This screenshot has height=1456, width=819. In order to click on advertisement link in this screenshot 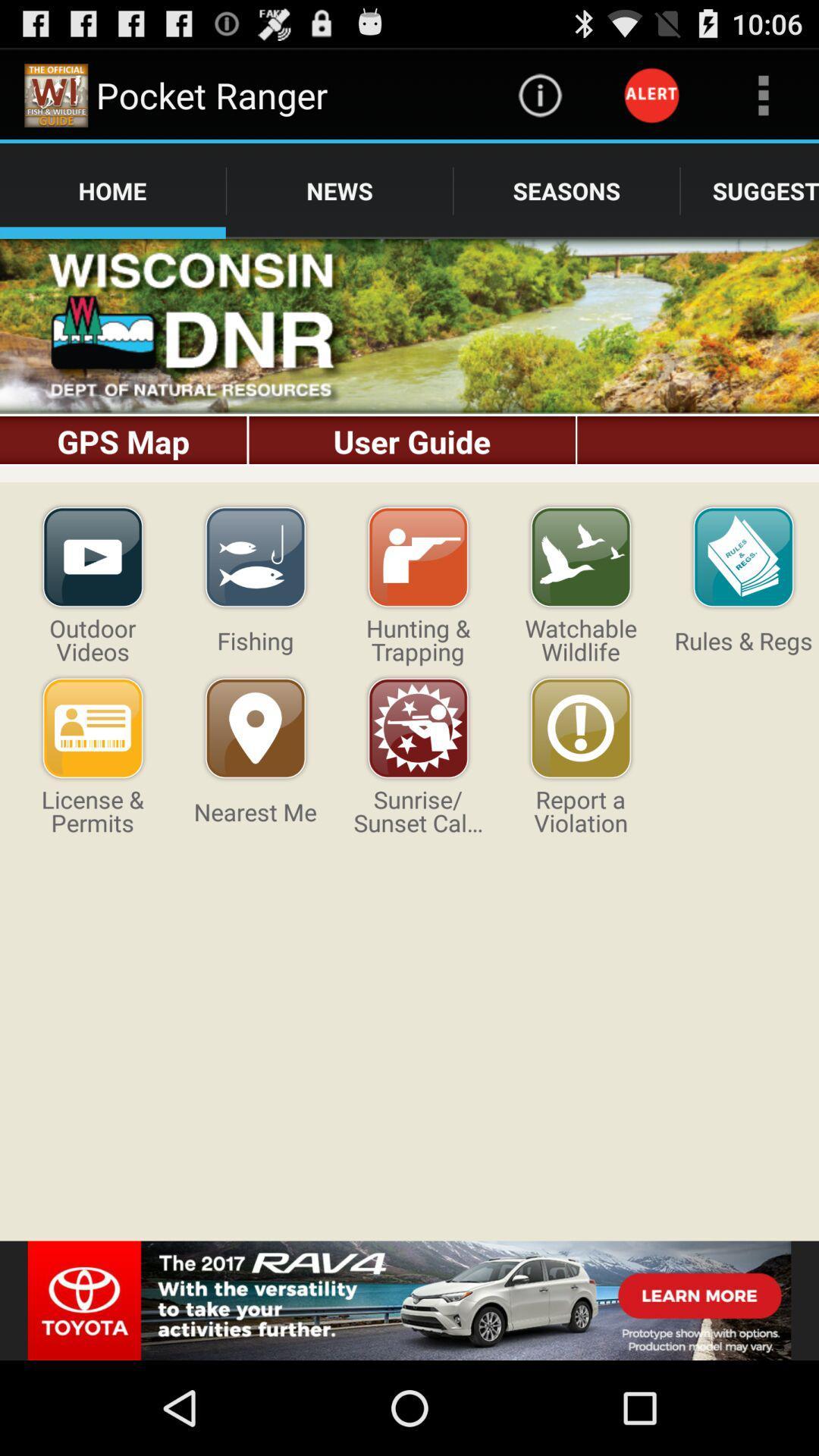, I will do `click(409, 1300)`.